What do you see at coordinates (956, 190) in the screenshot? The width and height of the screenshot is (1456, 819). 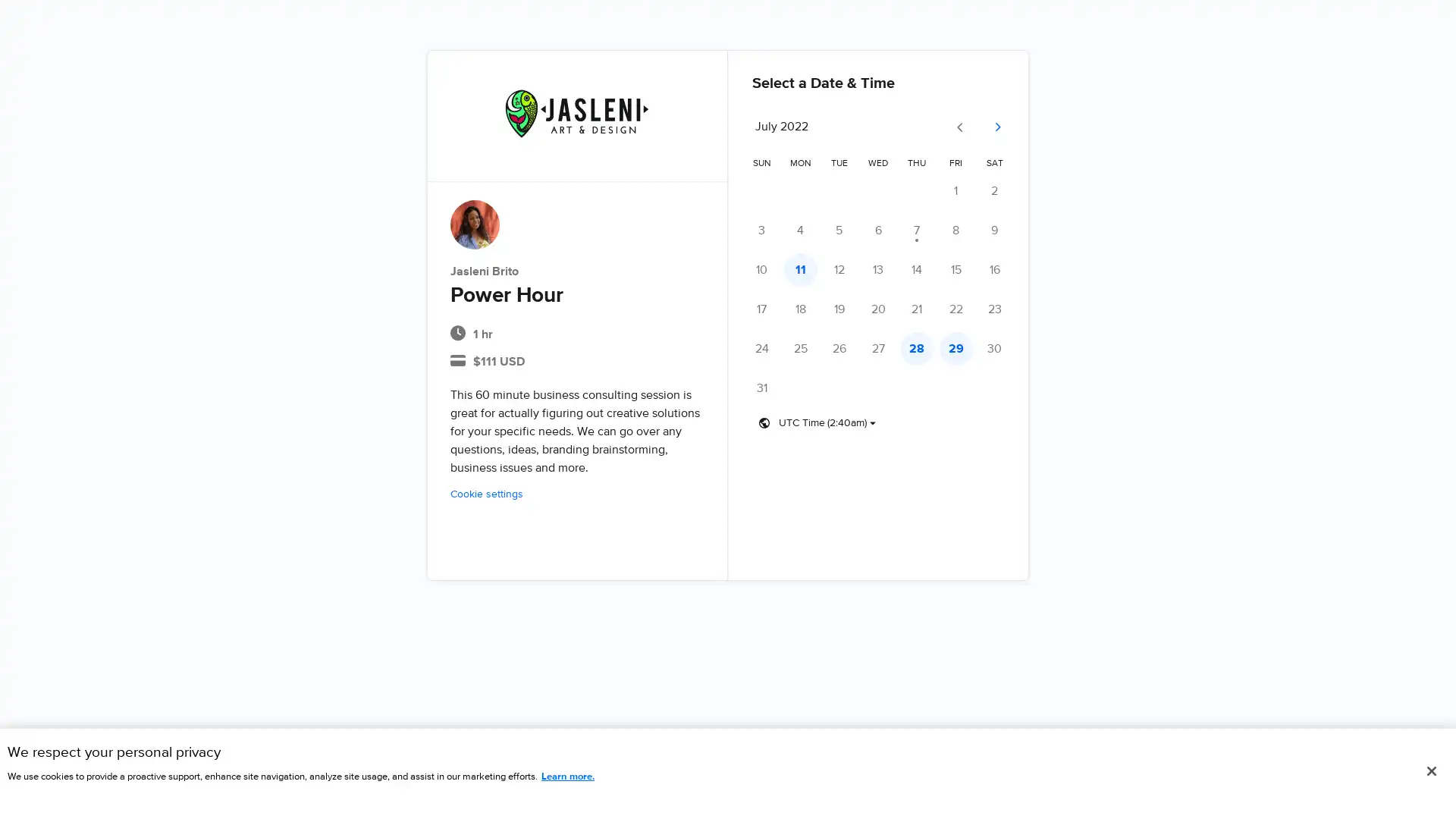 I see `Friday, July 1 - No times available` at bounding box center [956, 190].